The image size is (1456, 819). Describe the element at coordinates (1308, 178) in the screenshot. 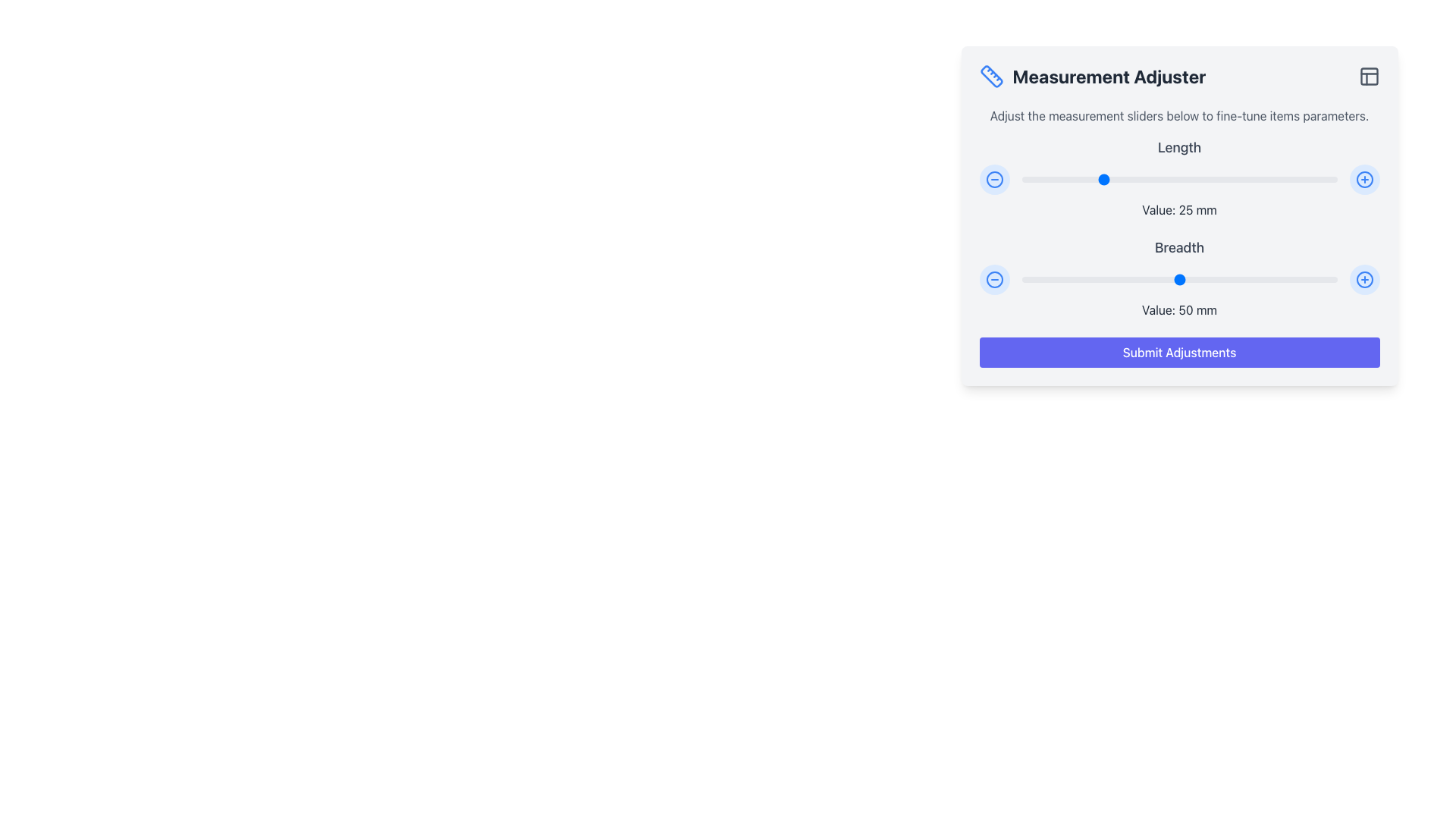

I see `the length` at that location.